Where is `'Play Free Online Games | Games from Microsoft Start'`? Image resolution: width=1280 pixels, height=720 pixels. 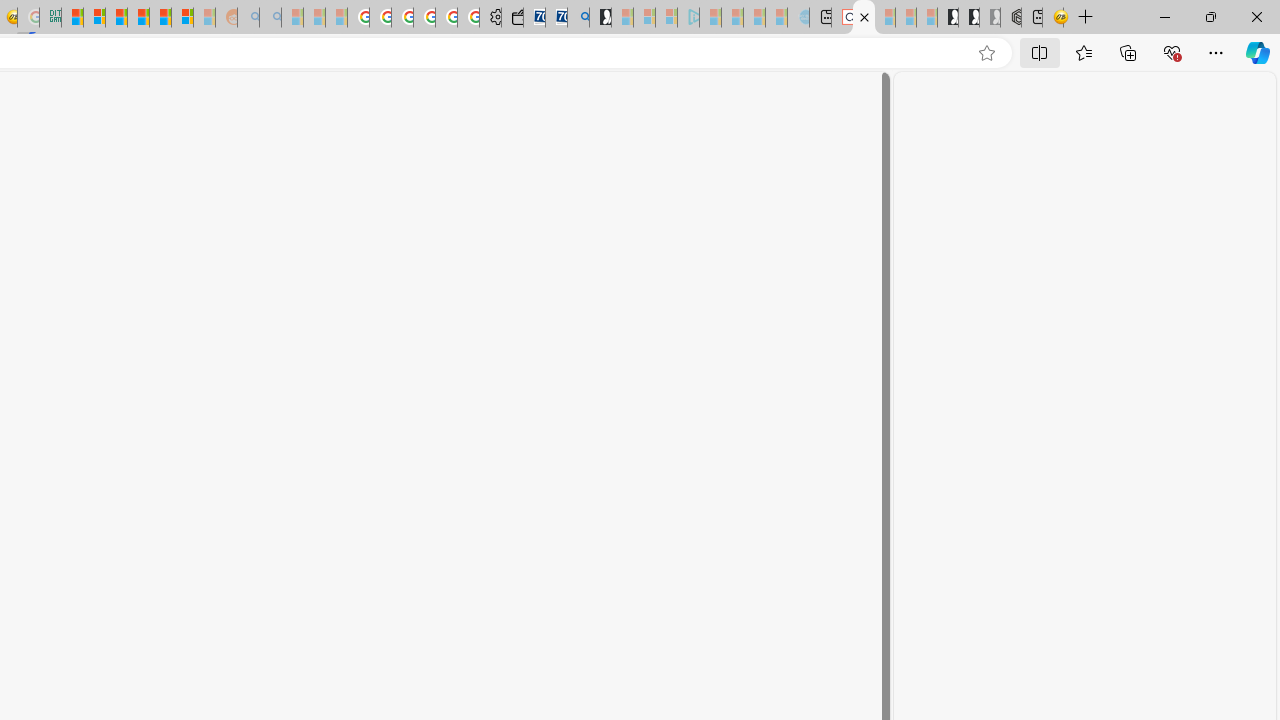
'Play Free Online Games | Games from Microsoft Start' is located at coordinates (946, 17).